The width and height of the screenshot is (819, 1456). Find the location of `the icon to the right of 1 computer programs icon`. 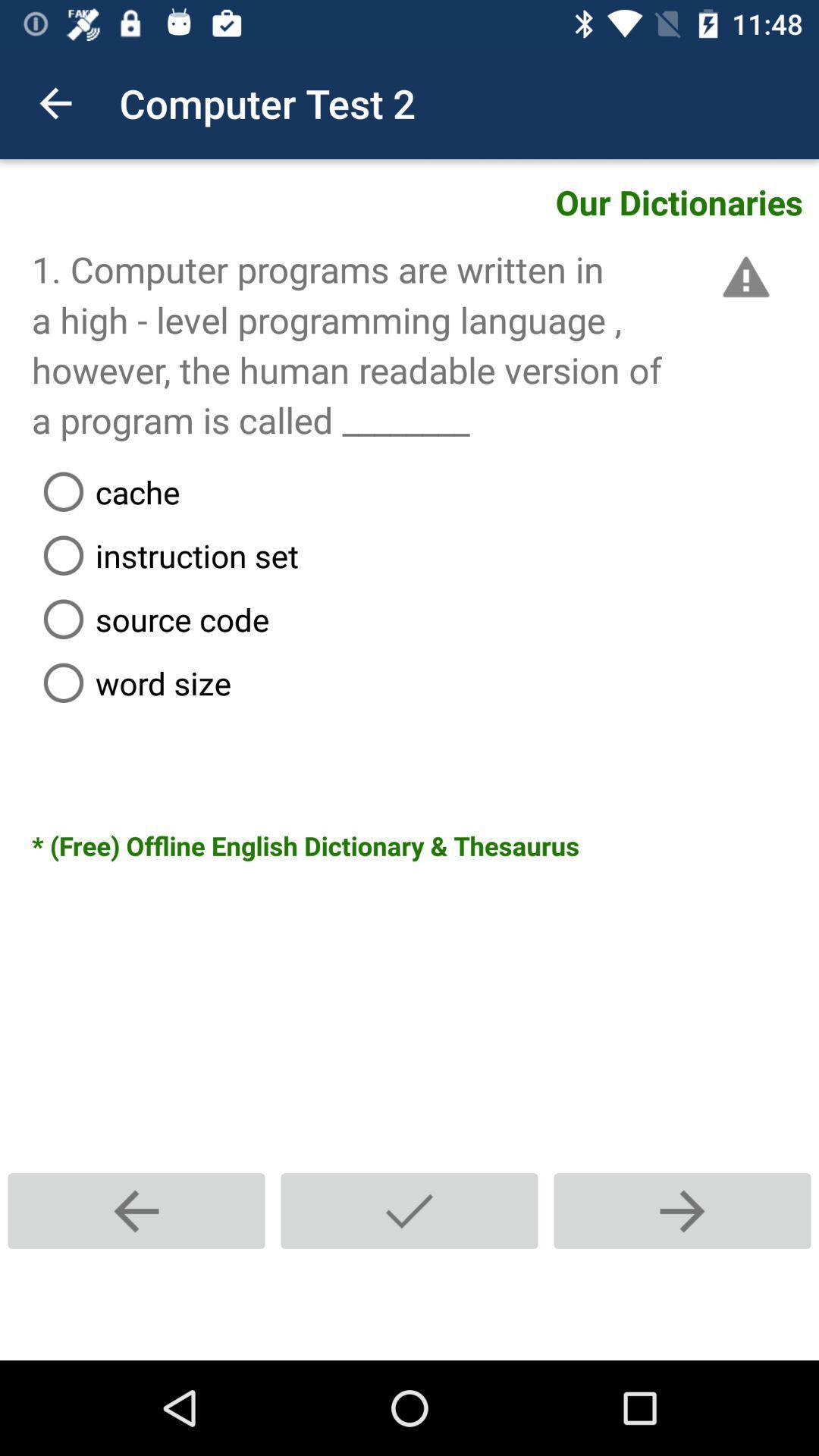

the icon to the right of 1 computer programs icon is located at coordinates (742, 277).